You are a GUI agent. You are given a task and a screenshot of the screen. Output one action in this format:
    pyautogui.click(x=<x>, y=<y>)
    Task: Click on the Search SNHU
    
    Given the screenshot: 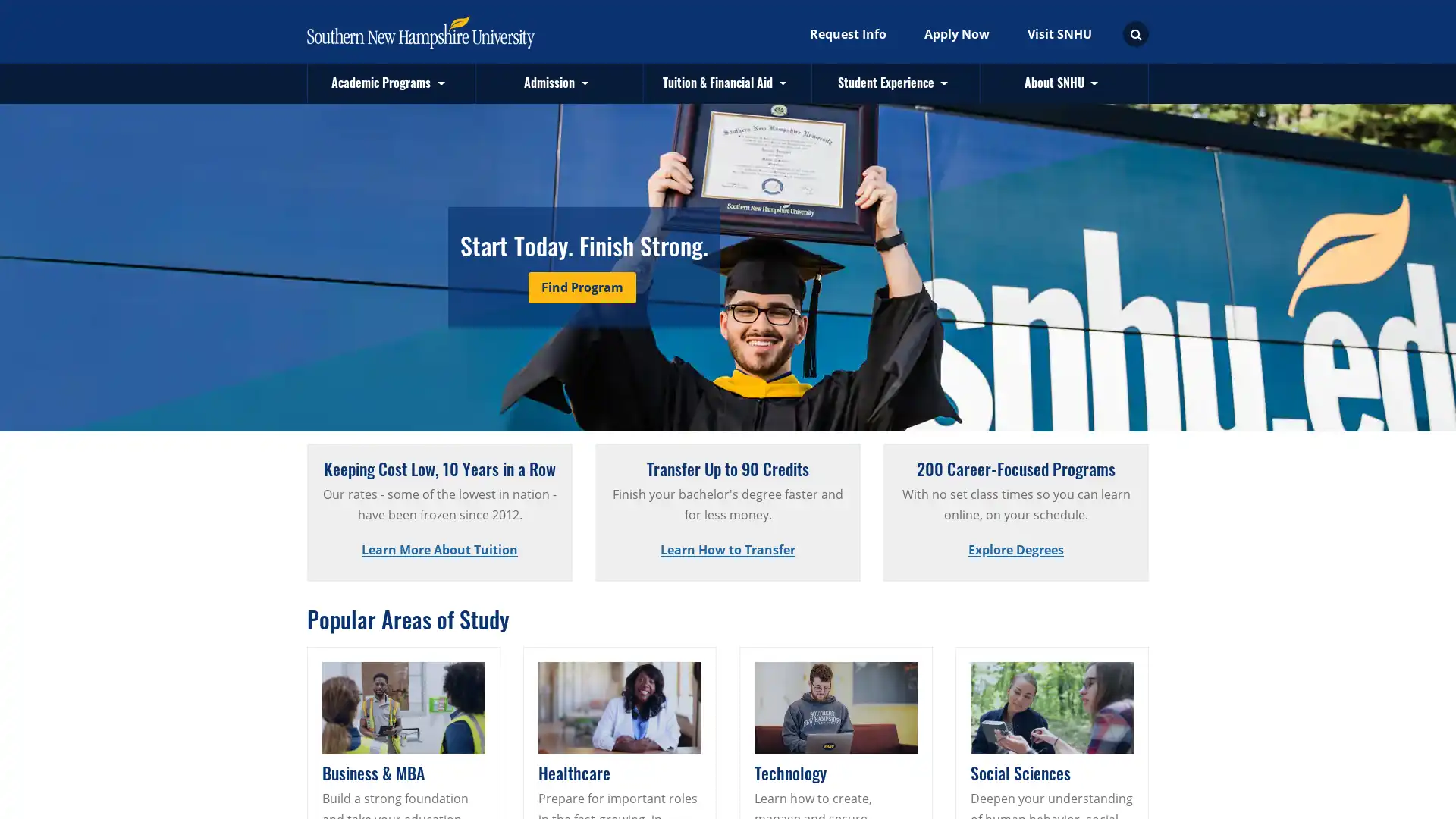 What is the action you would take?
    pyautogui.click(x=1135, y=34)
    